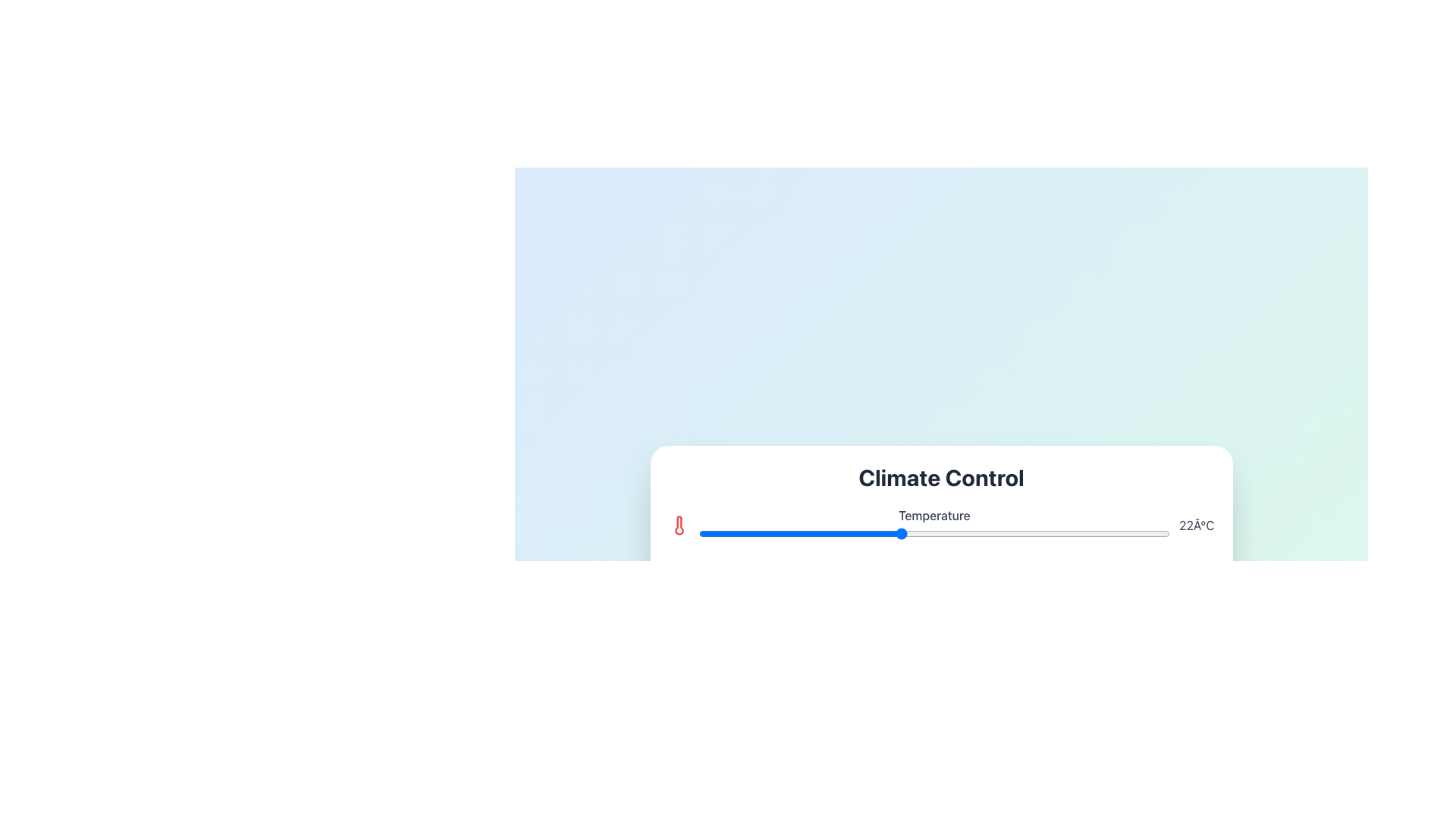 This screenshot has height=819, width=1456. Describe the element at coordinates (1068, 533) in the screenshot. I see `the temperature slider` at that location.